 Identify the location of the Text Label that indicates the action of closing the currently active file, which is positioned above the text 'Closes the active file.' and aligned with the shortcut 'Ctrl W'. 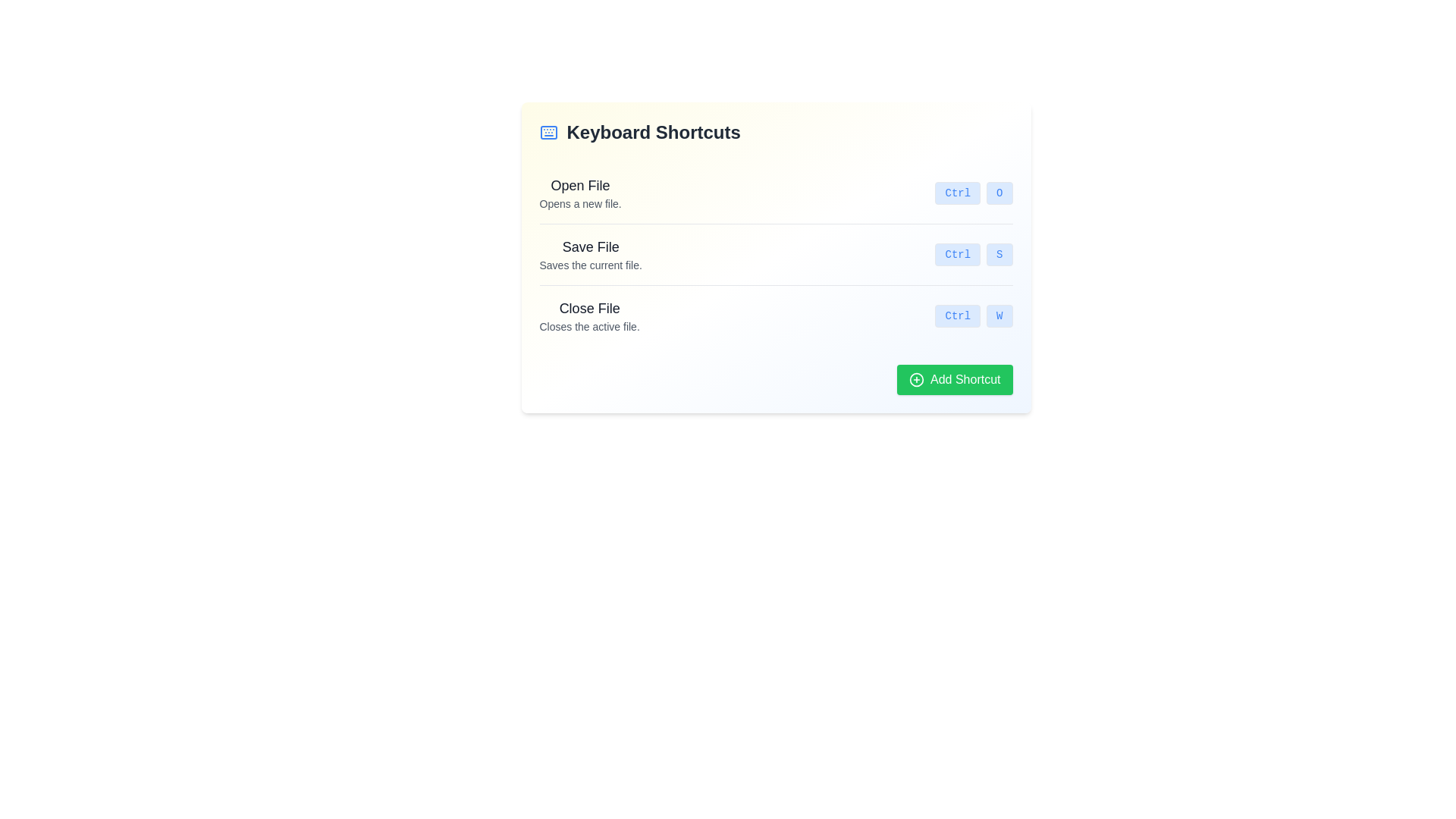
(588, 308).